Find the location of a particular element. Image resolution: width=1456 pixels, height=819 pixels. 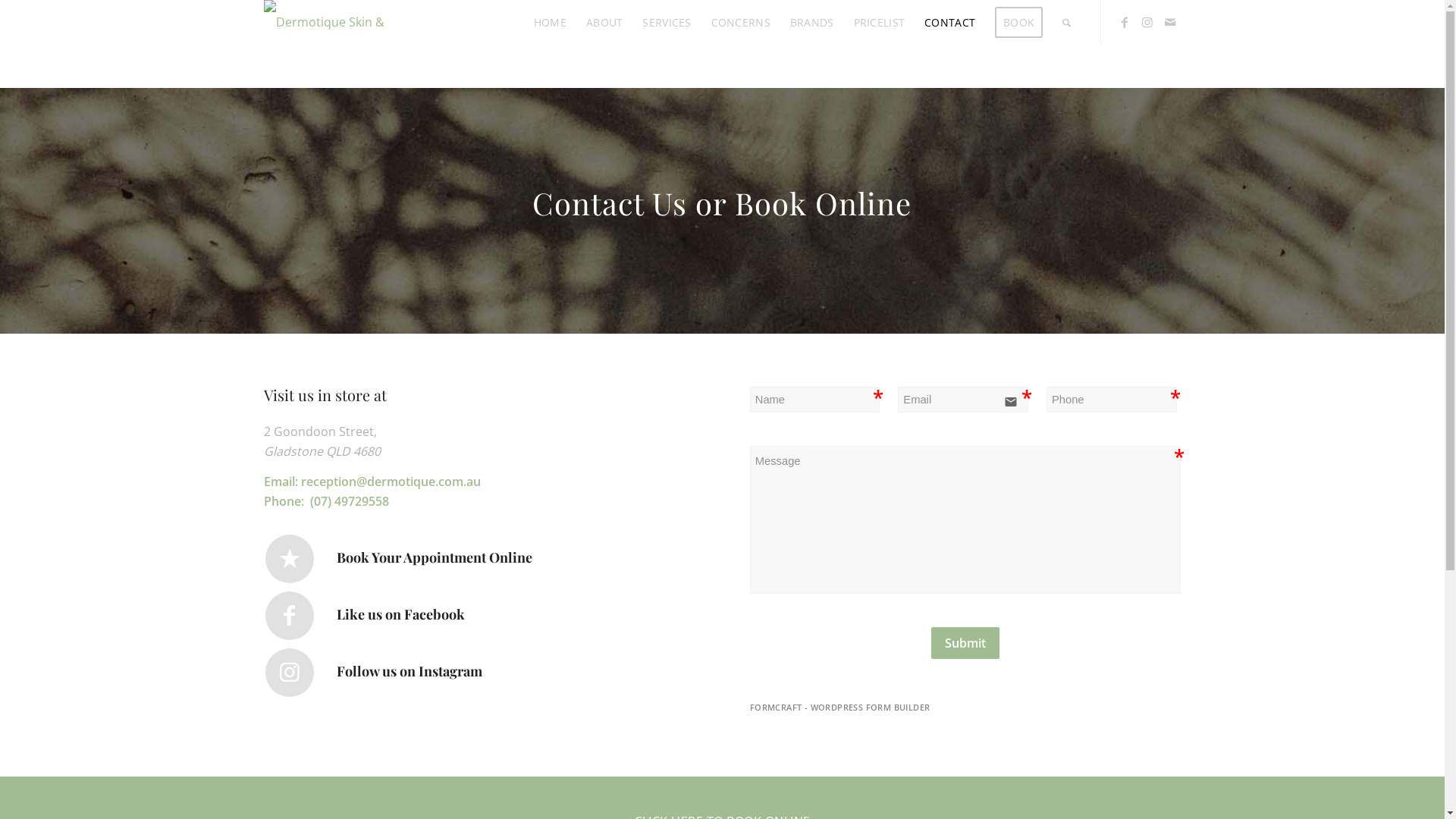

'FORMCRAFT - WORDPRESS FORM BUILDER' is located at coordinates (749, 708).